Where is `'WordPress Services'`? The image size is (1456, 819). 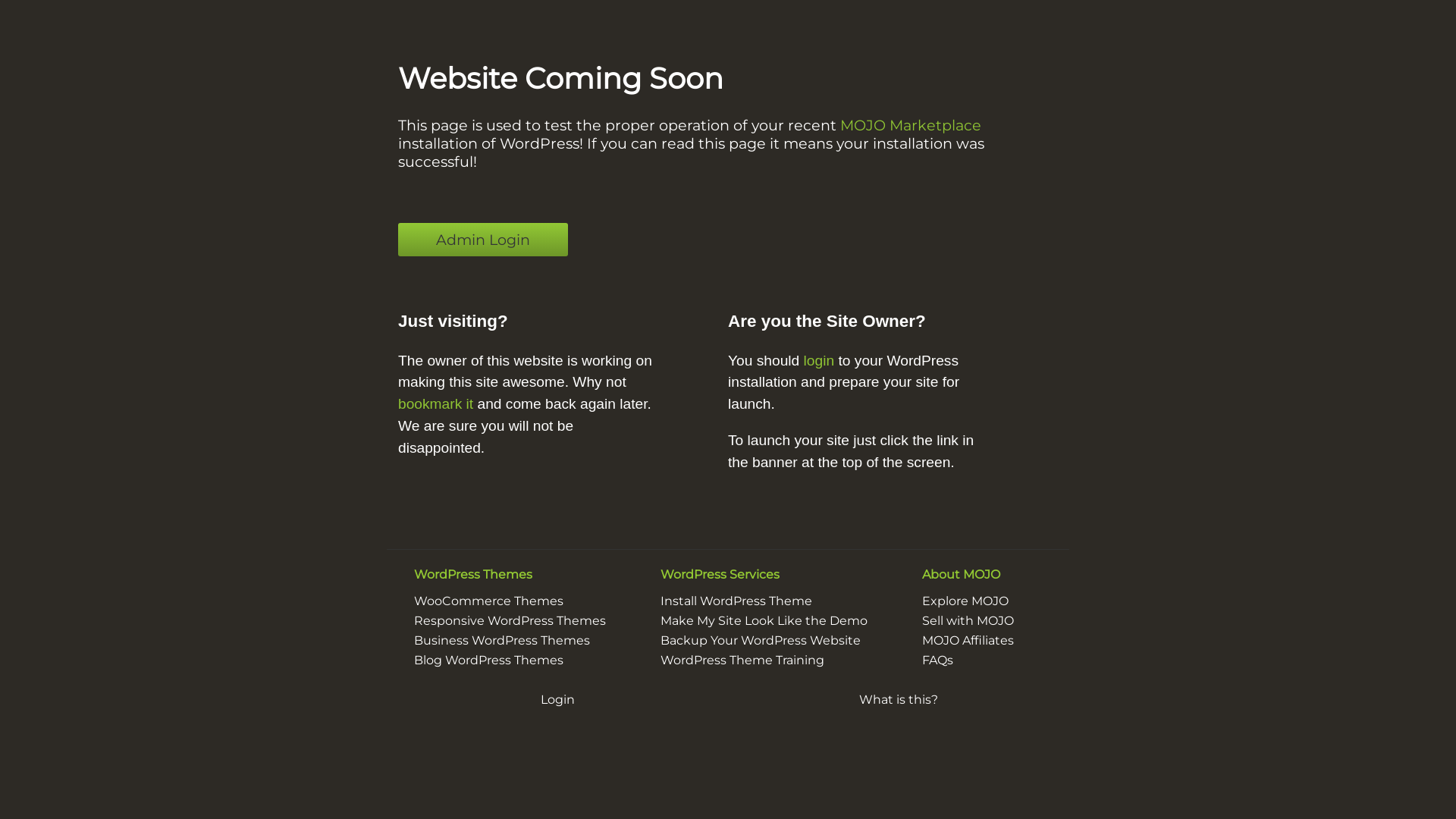
'WordPress Services' is located at coordinates (660, 574).